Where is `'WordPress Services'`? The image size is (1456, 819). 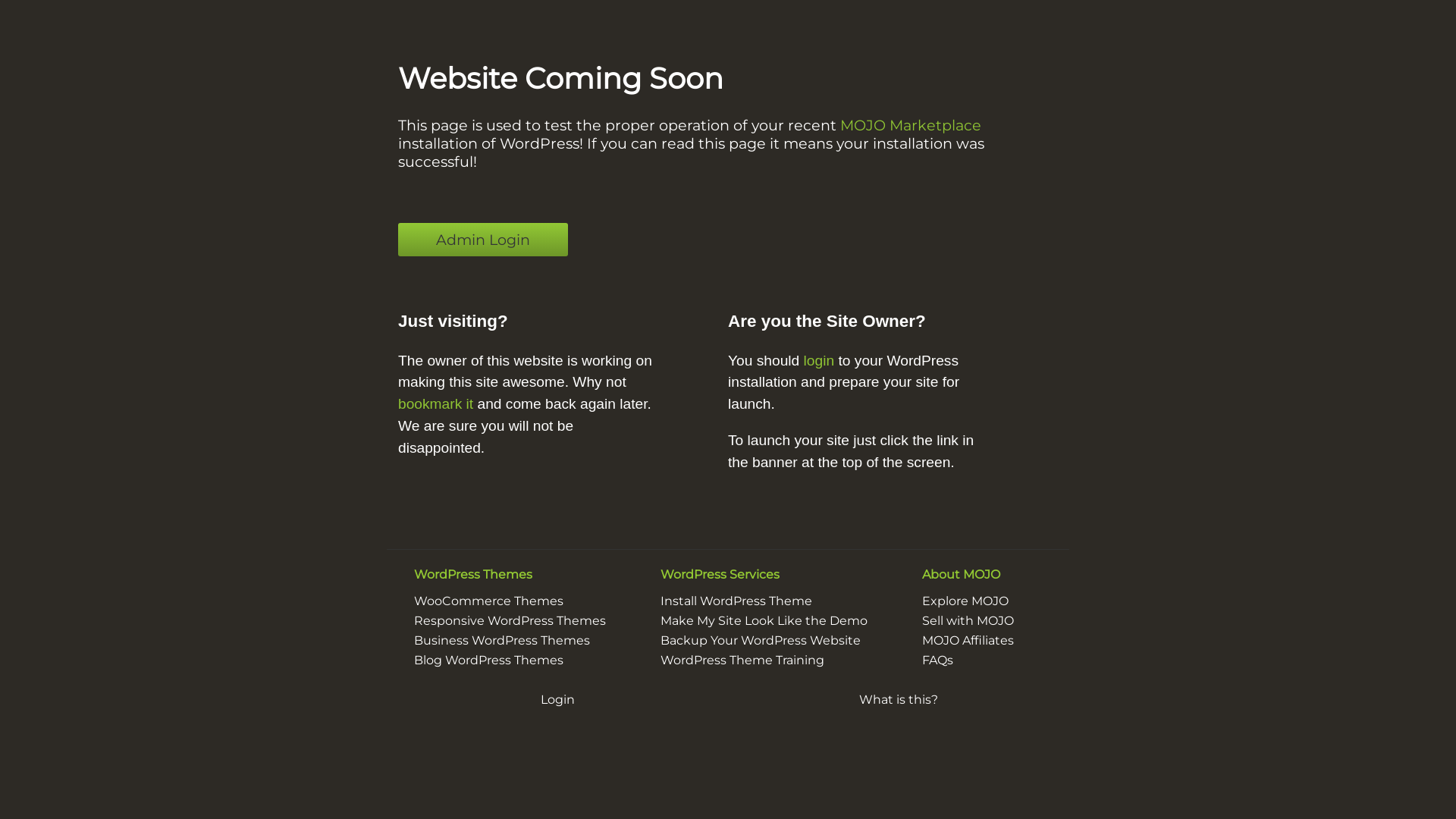
'WordPress Services' is located at coordinates (660, 574).